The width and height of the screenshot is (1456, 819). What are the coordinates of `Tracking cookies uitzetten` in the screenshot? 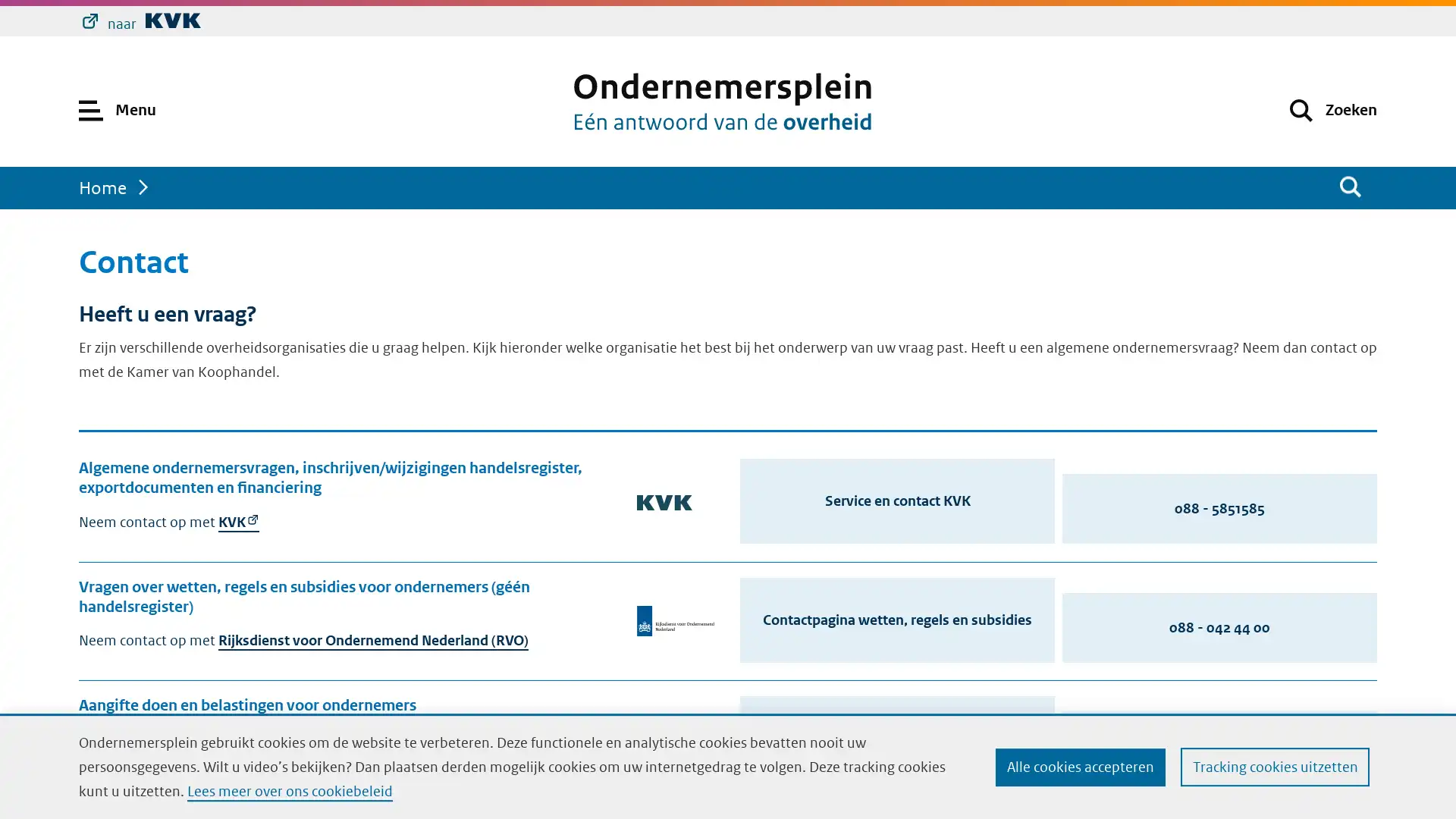 It's located at (1274, 767).